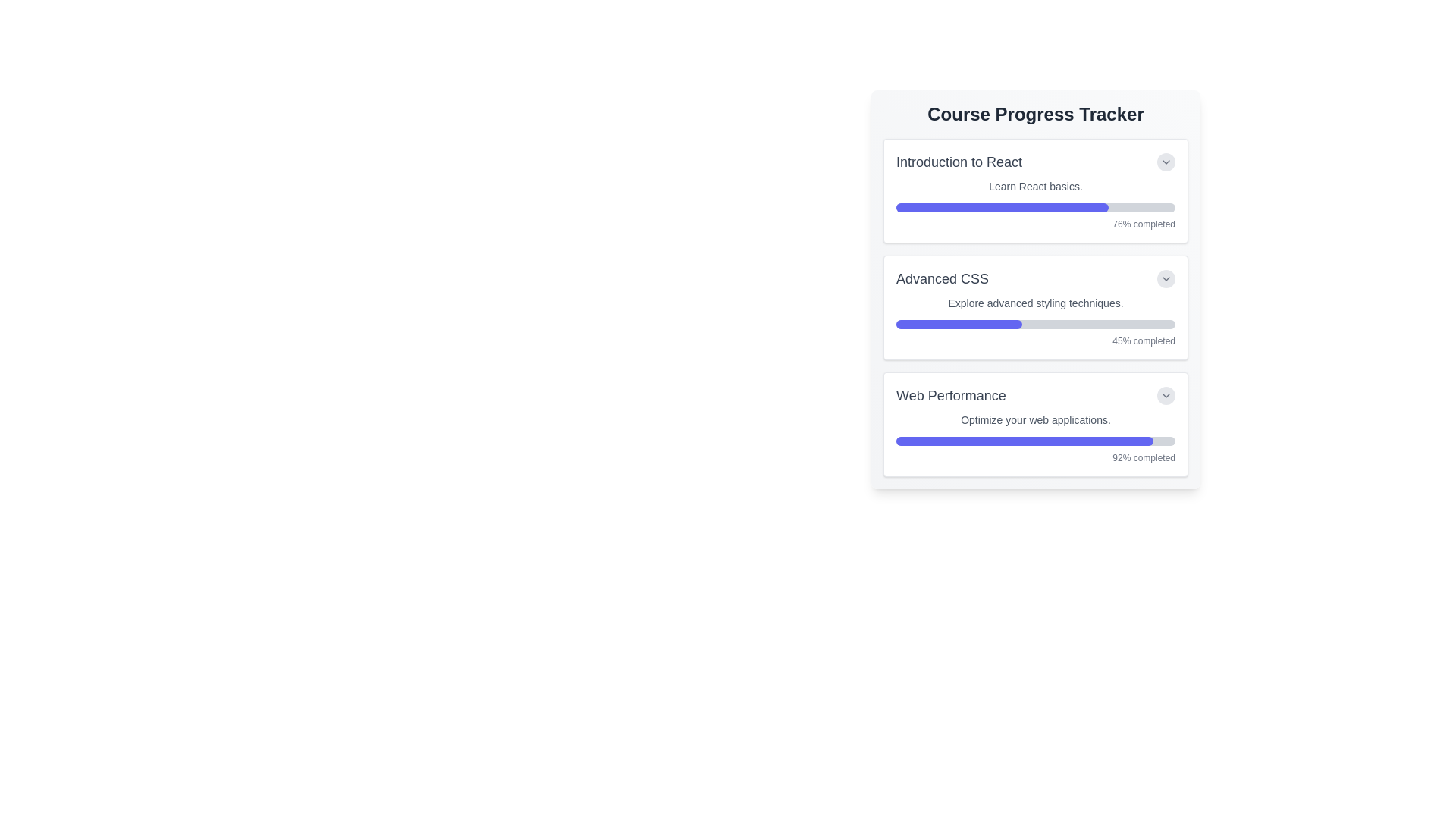 The width and height of the screenshot is (1456, 819). What do you see at coordinates (1035, 207) in the screenshot?
I see `the progress visually by interacting with the progress bar that indicates 76% completion of the 'Introduction to React' course, located within the corresponding card` at bounding box center [1035, 207].